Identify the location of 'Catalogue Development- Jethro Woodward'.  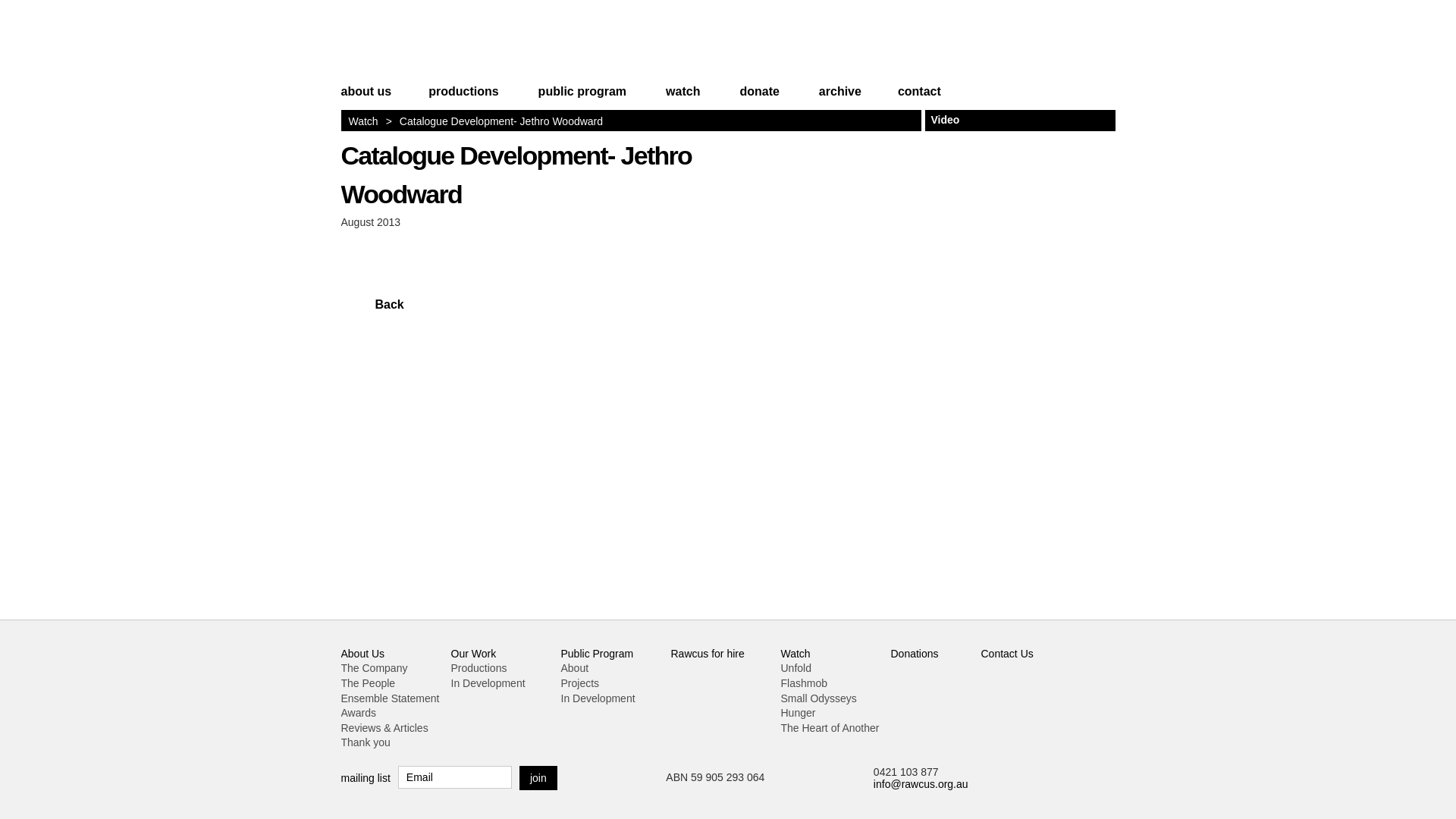
(516, 174).